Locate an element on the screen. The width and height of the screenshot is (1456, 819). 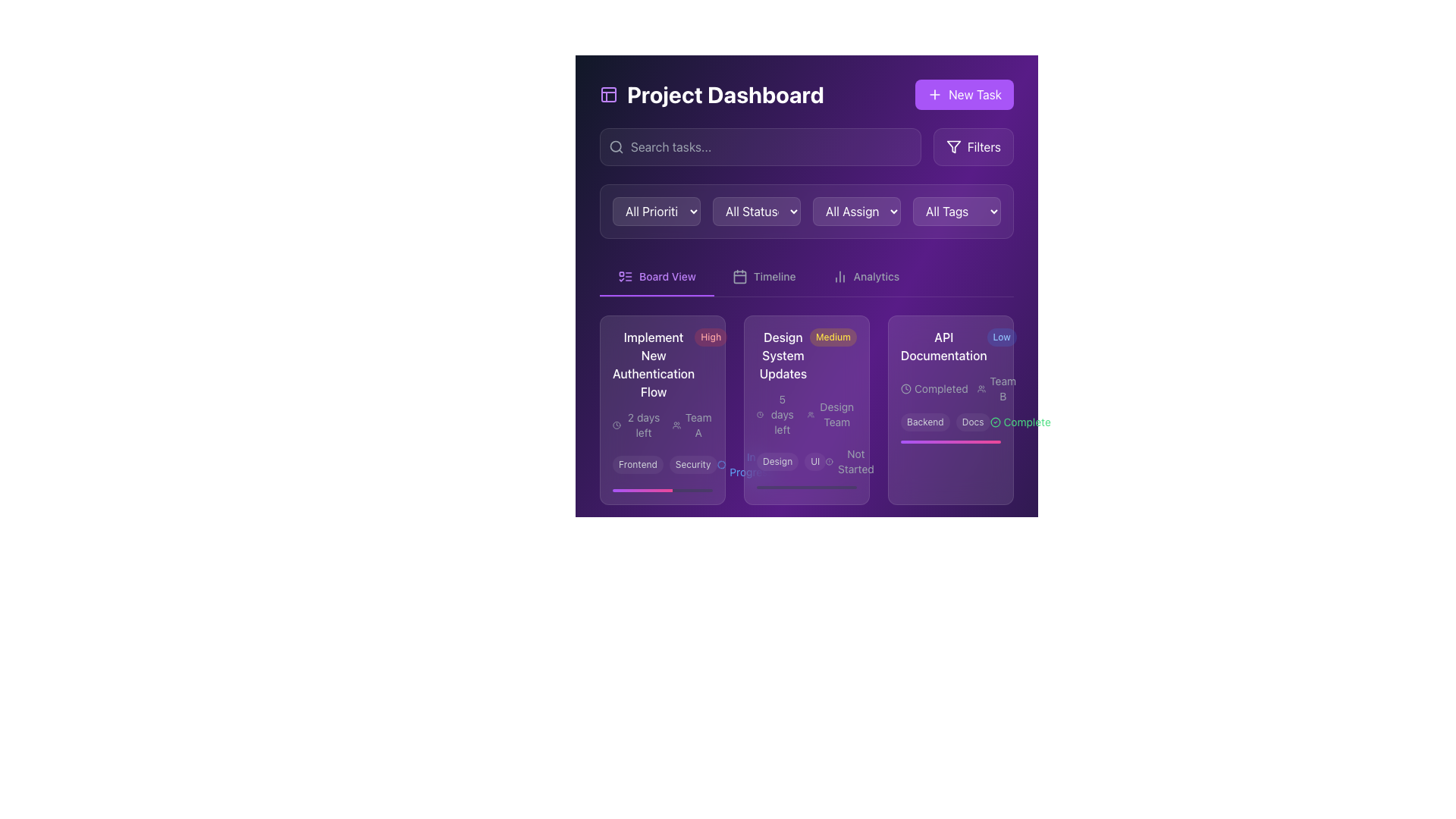
the circular loading indicator icon located next to the text 'In Progress' within the task card is located at coordinates (720, 464).